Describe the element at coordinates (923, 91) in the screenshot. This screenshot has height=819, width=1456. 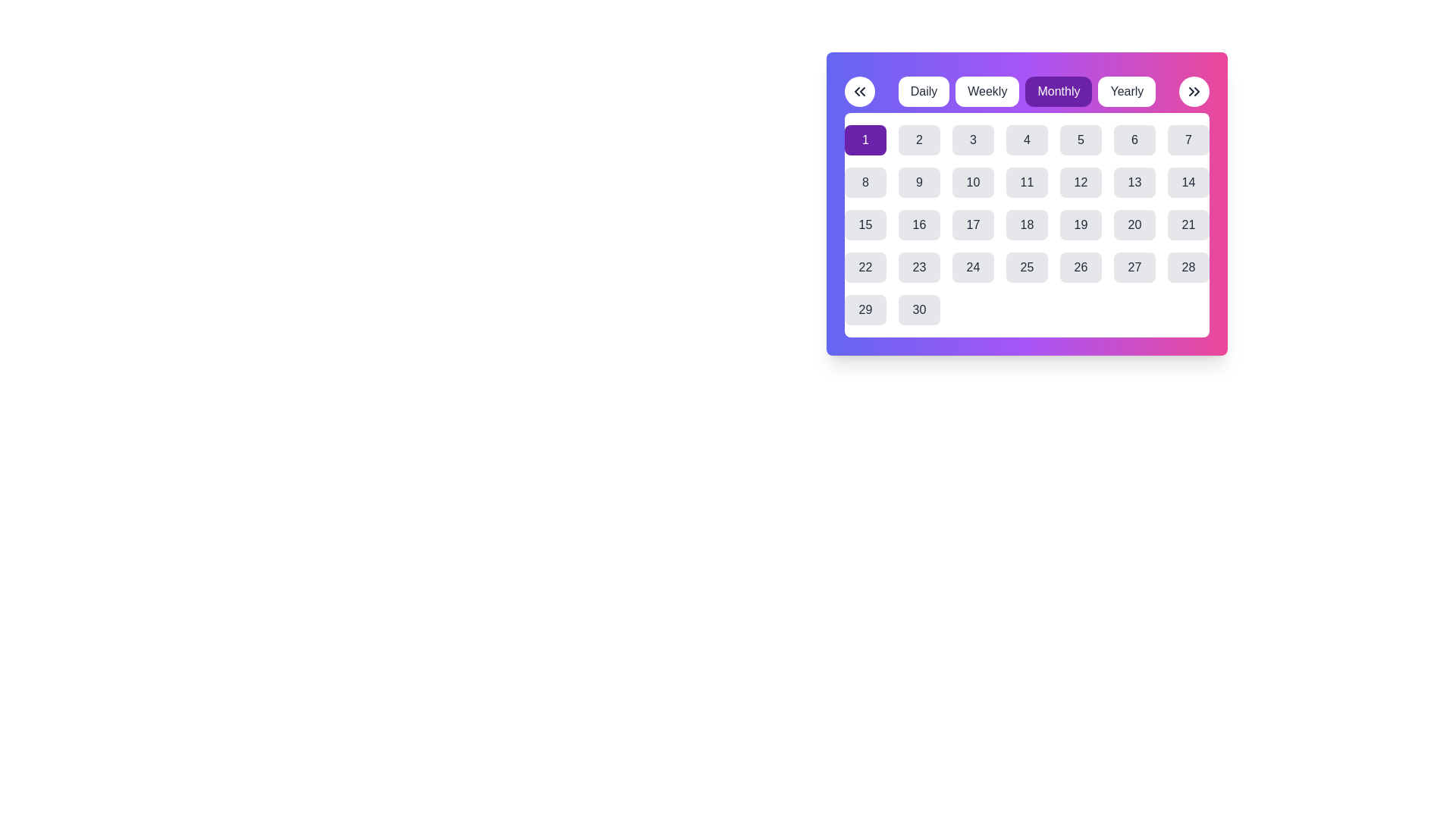
I see `the first button in the horizontal sequence` at that location.